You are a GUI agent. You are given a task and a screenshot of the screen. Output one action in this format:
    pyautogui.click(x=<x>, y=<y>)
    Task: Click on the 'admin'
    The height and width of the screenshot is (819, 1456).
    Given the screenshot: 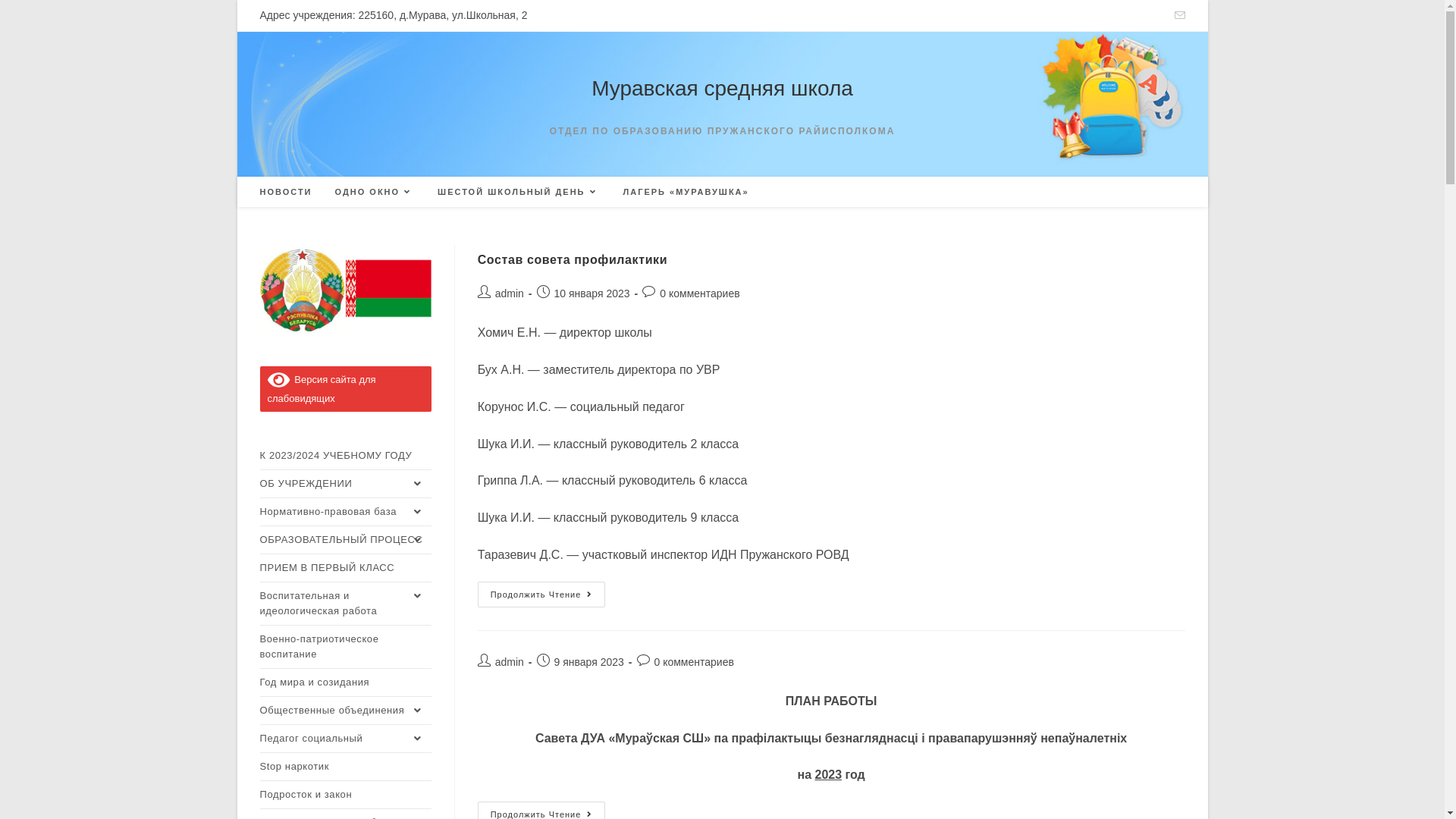 What is the action you would take?
    pyautogui.click(x=510, y=661)
    